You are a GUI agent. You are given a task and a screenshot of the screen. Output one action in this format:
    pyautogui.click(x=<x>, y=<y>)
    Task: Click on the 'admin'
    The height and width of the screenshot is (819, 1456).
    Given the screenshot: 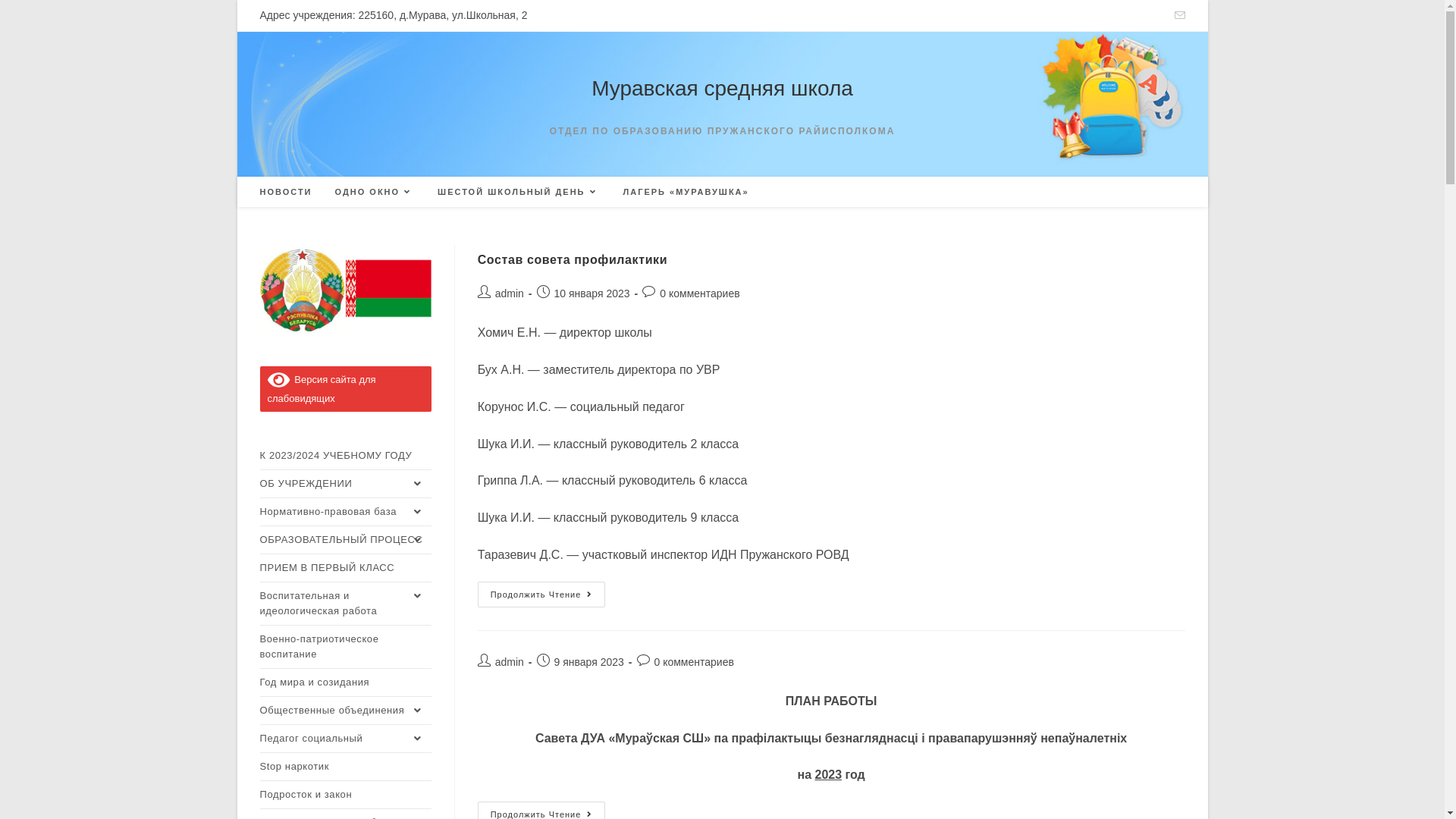 What is the action you would take?
    pyautogui.click(x=510, y=661)
    